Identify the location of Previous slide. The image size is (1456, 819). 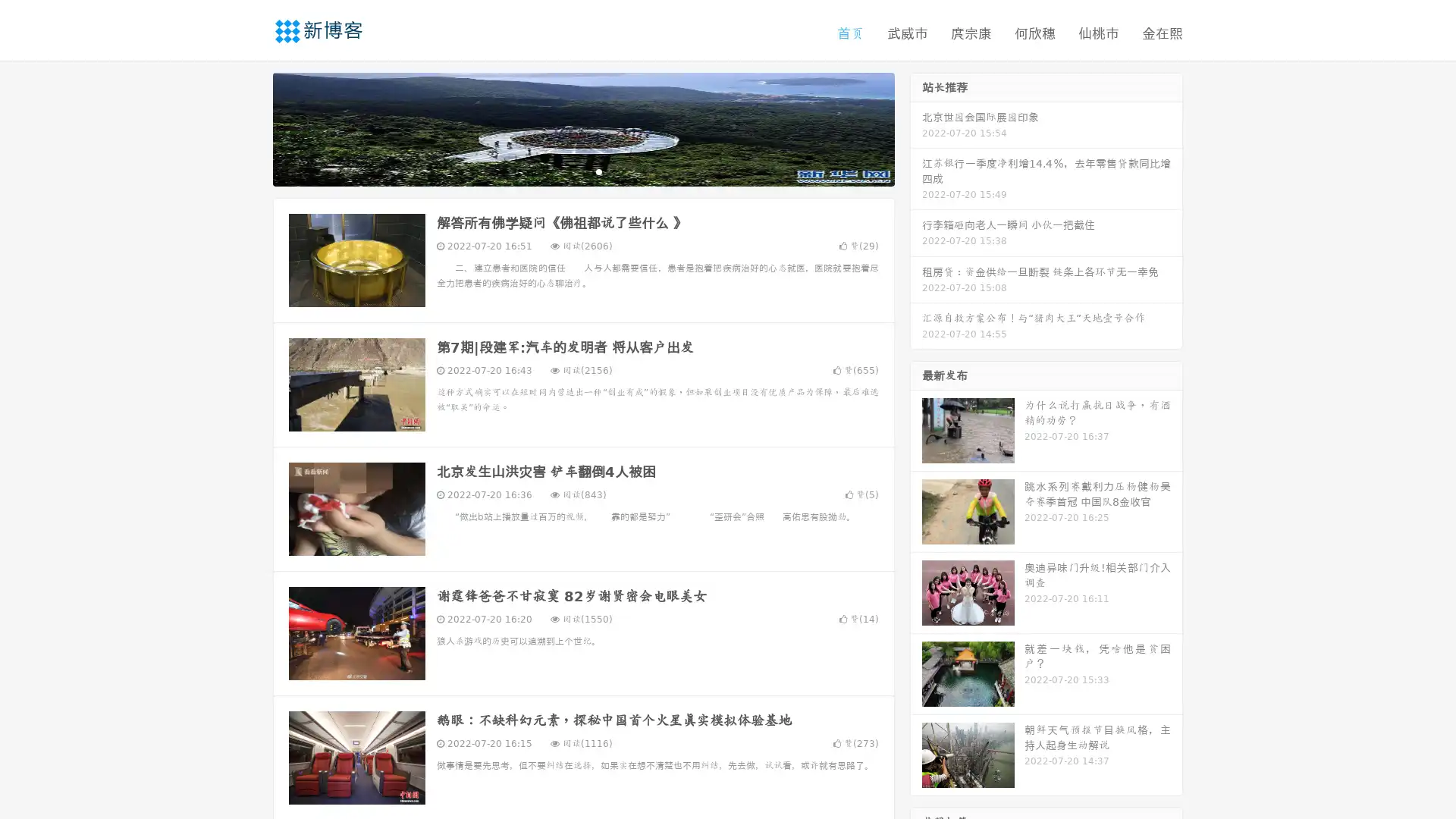
(250, 127).